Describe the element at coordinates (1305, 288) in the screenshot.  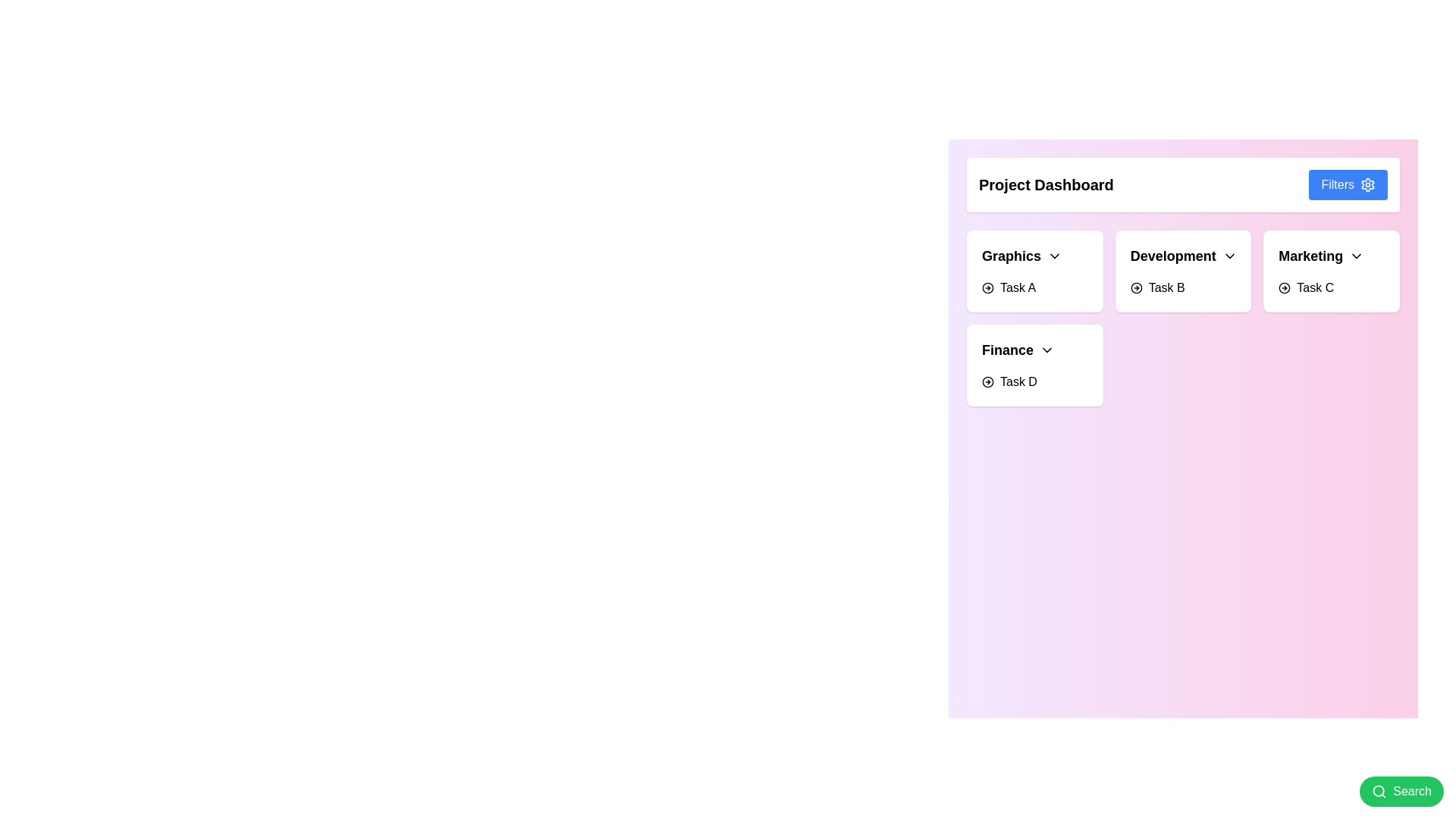
I see `the 'Task C' text label with icon located in the 'Marketing' category card for further interaction` at that location.